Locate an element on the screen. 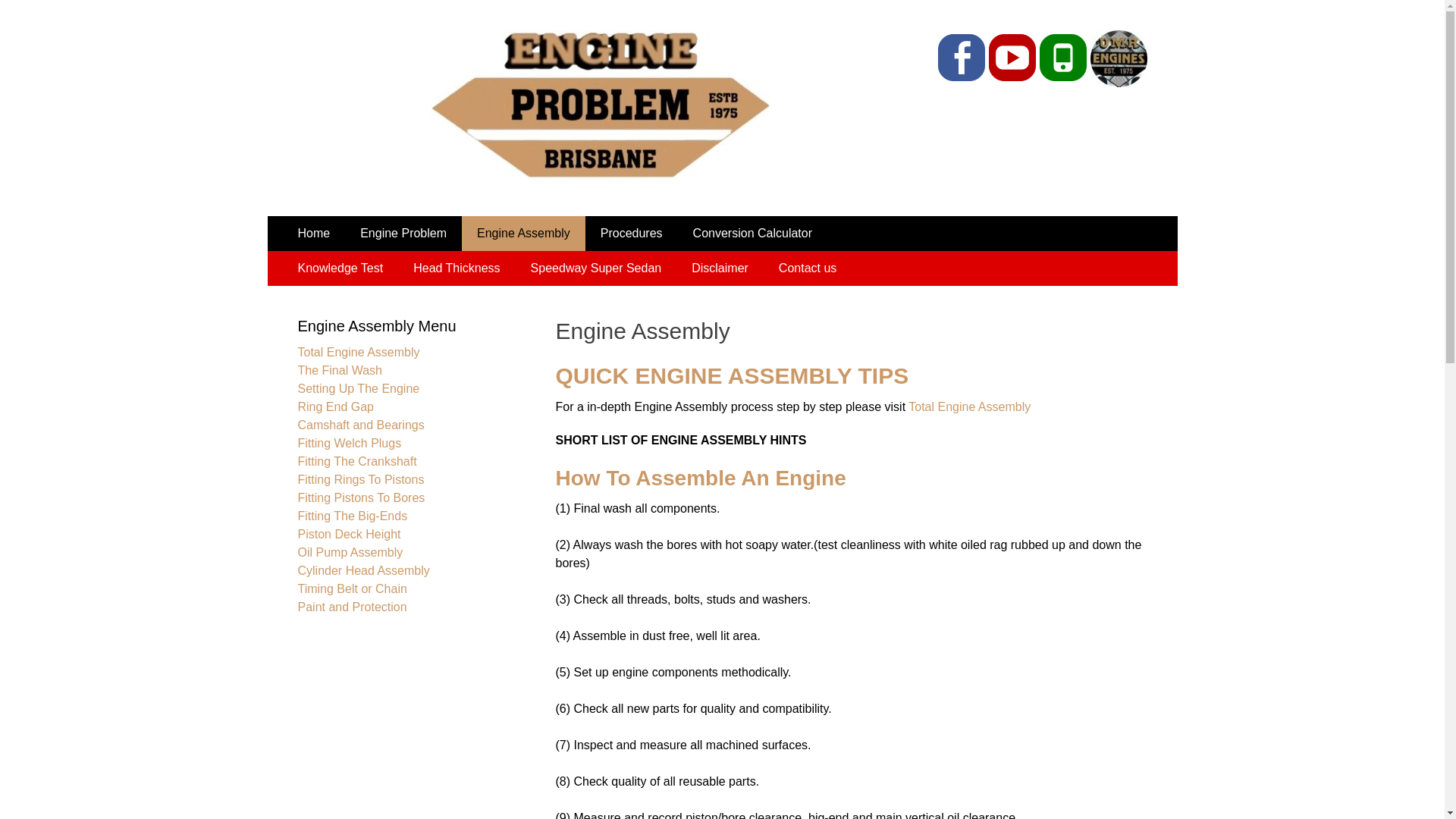  'Phone' is located at coordinates (1062, 57).